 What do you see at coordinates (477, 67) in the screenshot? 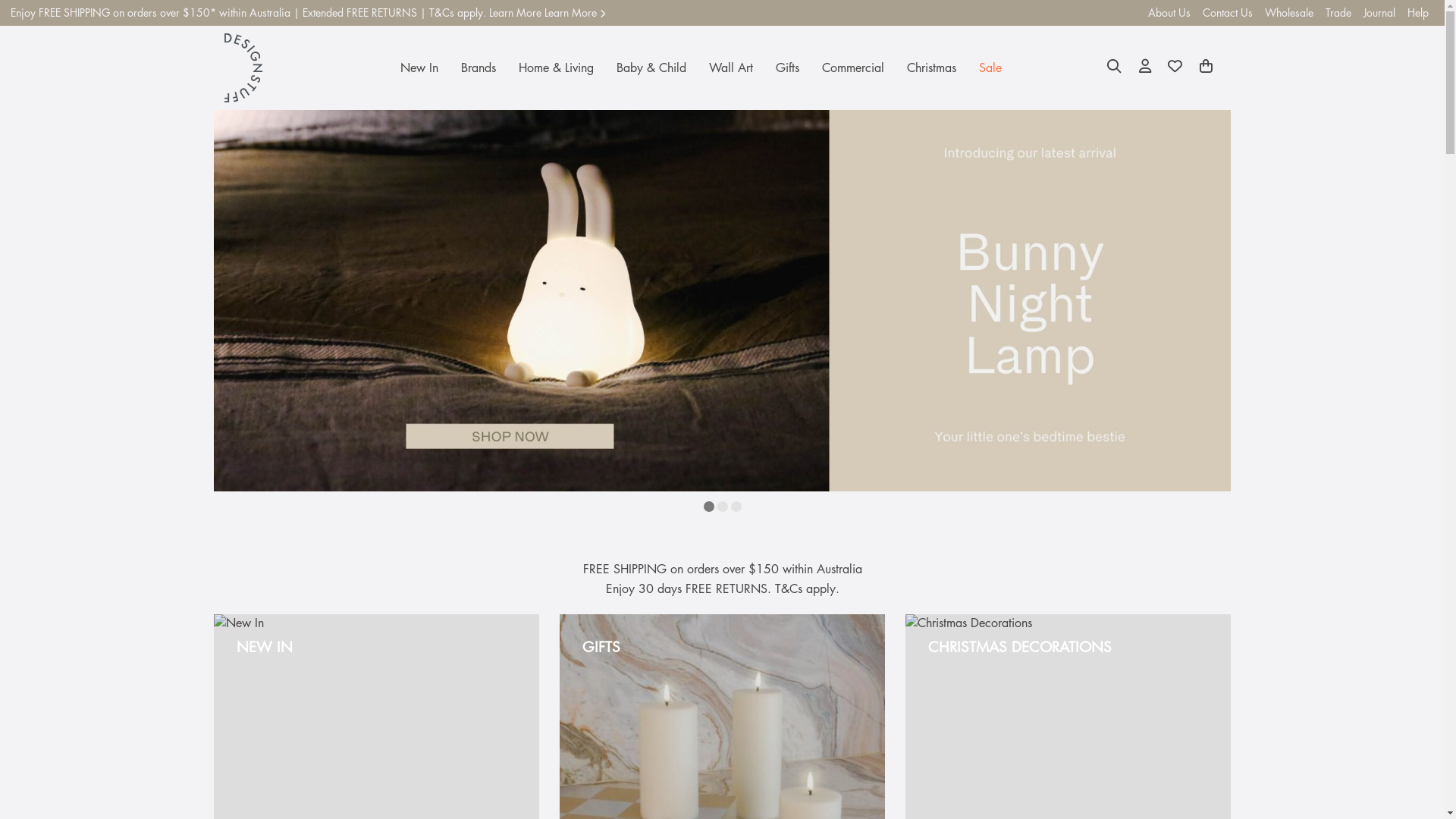
I see `'Brands'` at bounding box center [477, 67].